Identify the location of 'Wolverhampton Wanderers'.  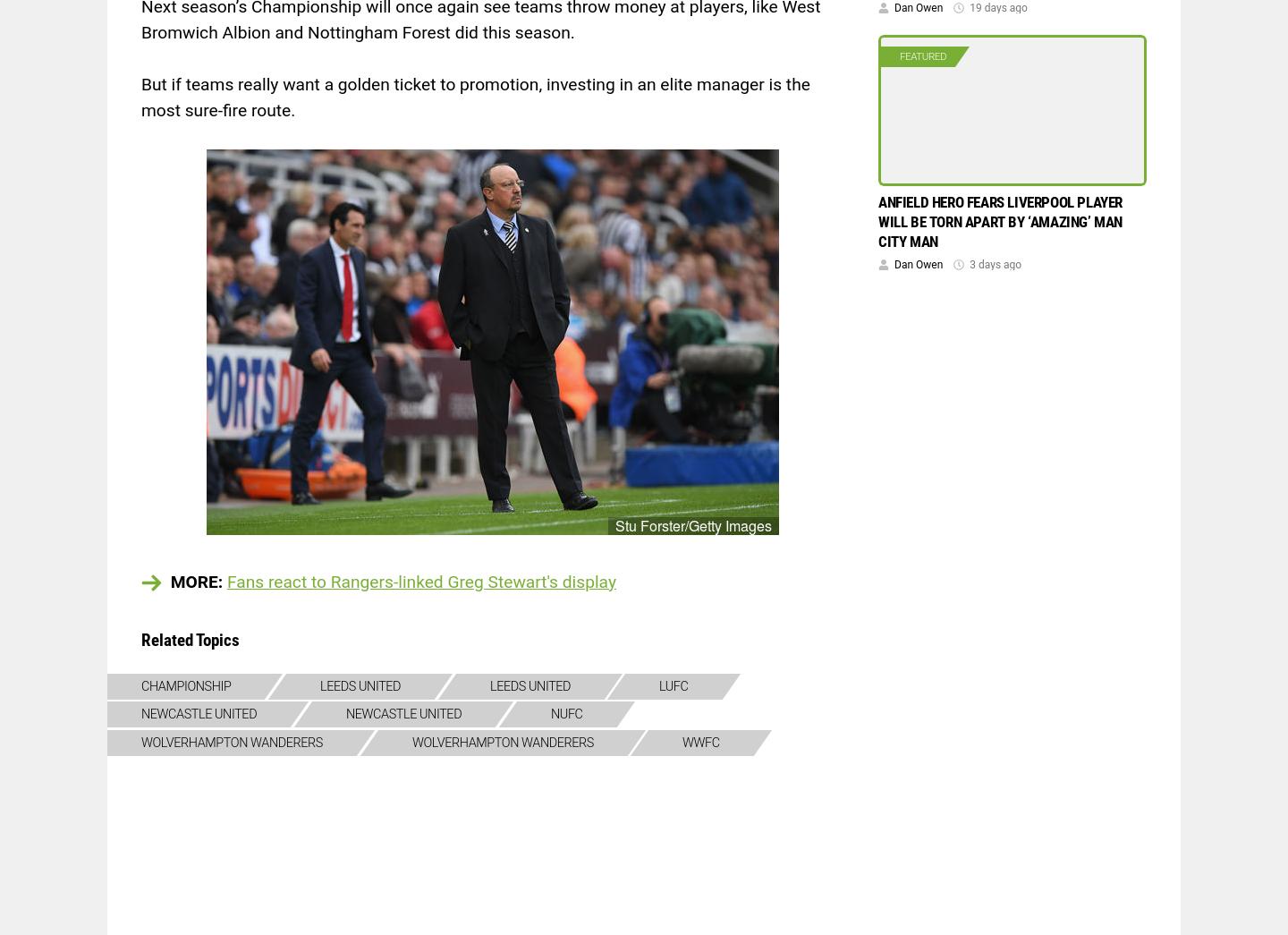
(231, 741).